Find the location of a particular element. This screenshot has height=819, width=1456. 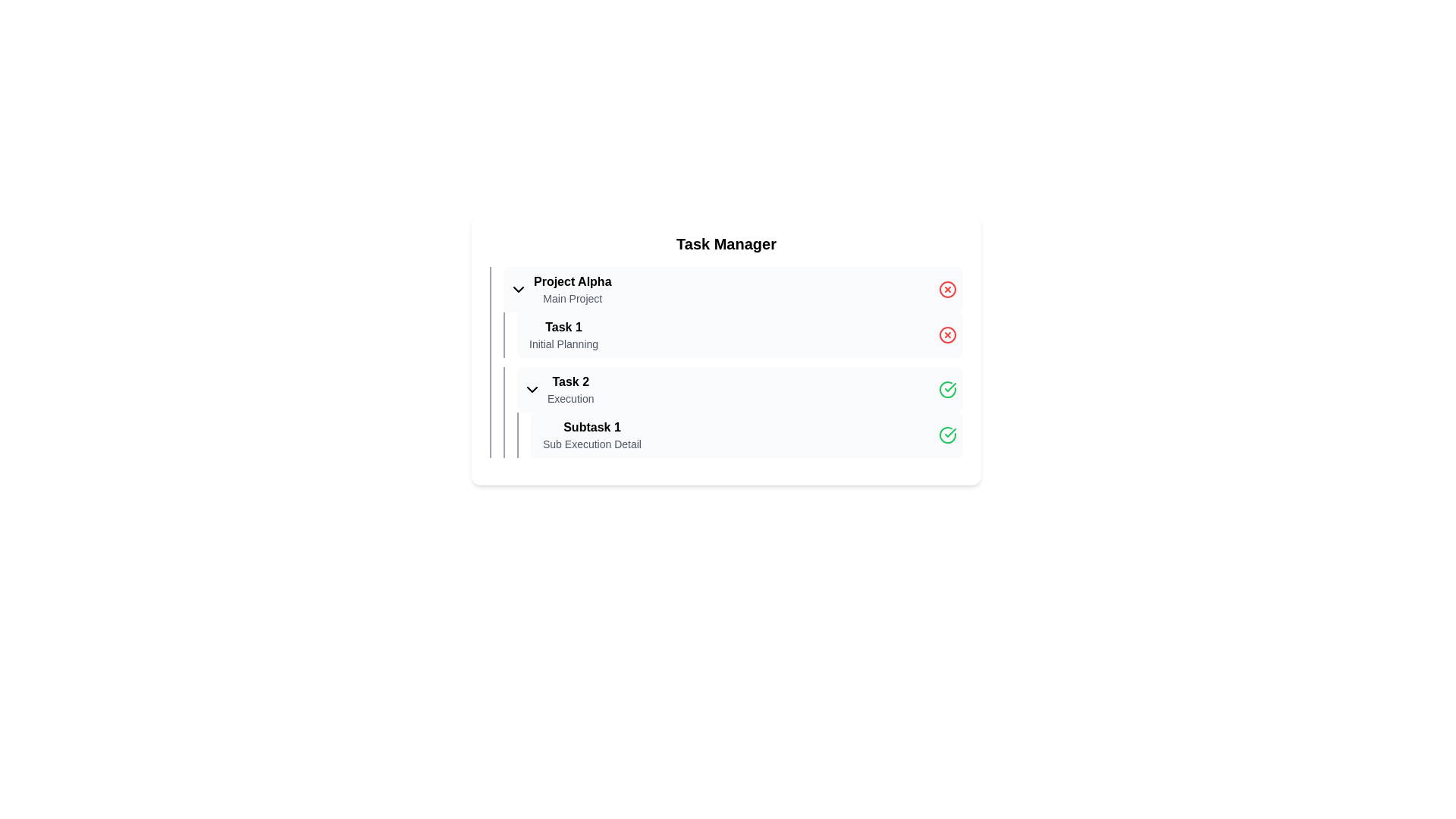

the green checkmark icon within a circle, which indicates a successful state, located at the right-hand side of the Task 2 label in the Task Manager interface is located at coordinates (946, 435).